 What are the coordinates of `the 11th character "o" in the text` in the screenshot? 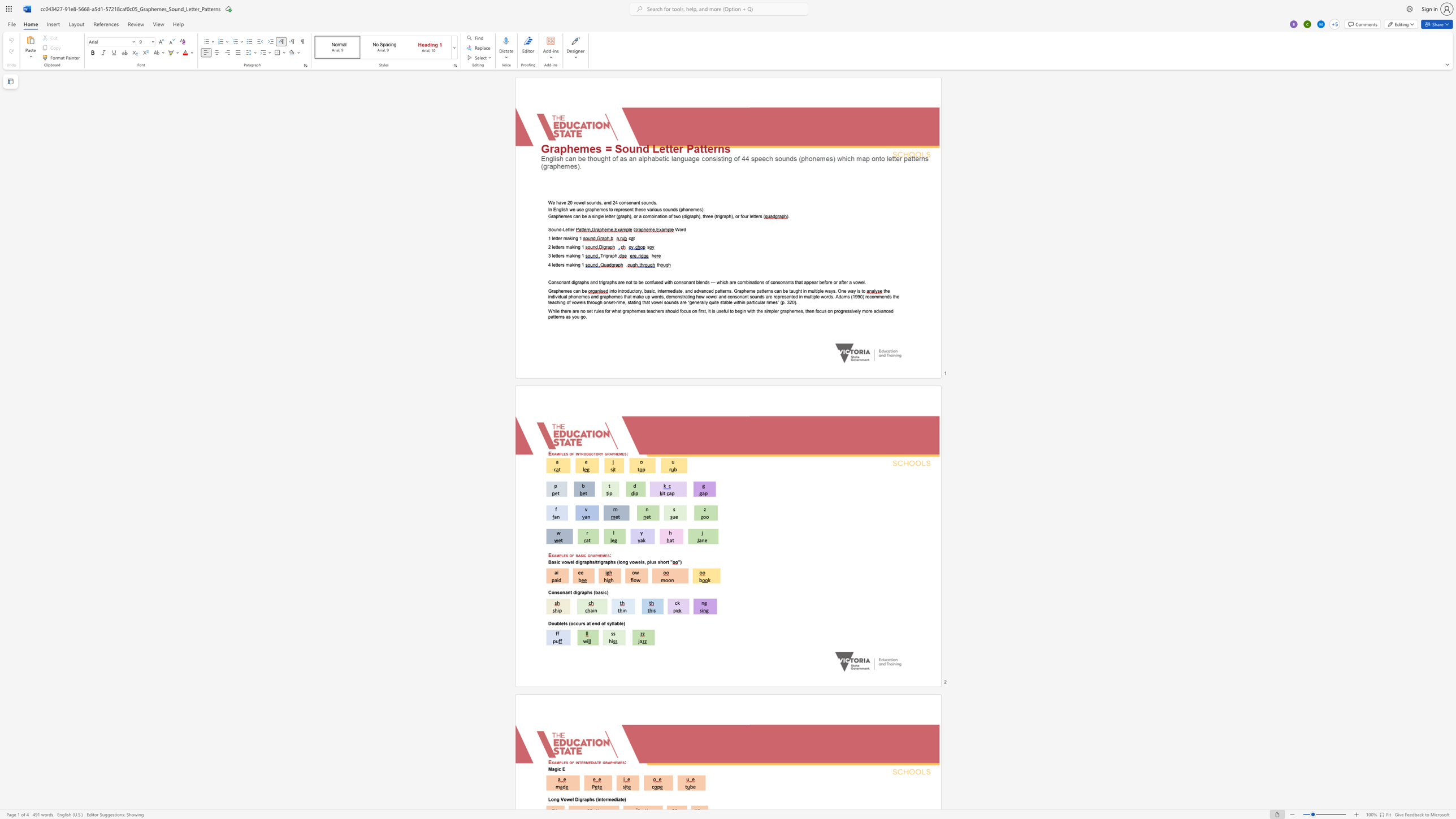 It's located at (773, 281).